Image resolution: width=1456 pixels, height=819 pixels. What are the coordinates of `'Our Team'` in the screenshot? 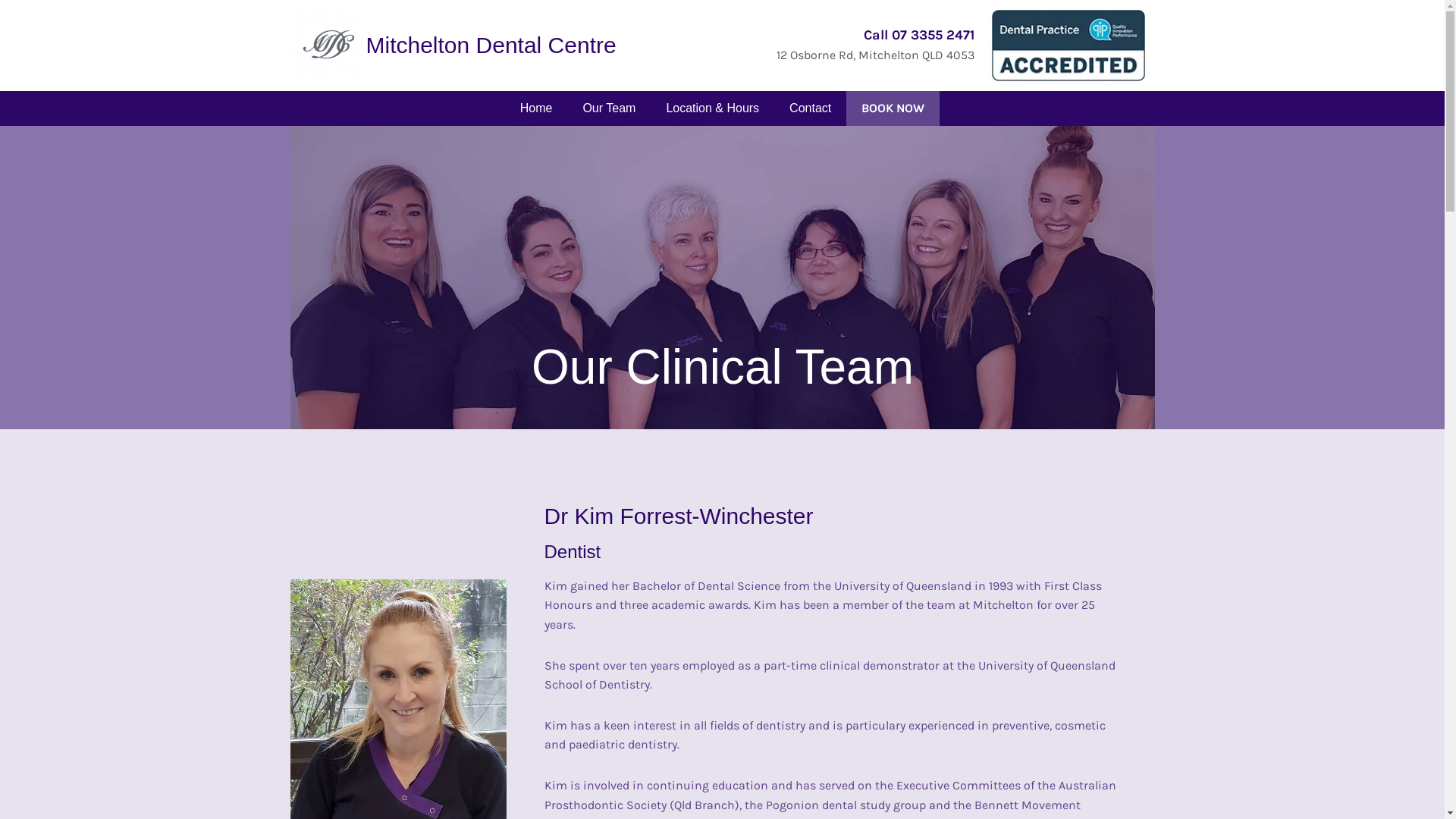 It's located at (608, 107).